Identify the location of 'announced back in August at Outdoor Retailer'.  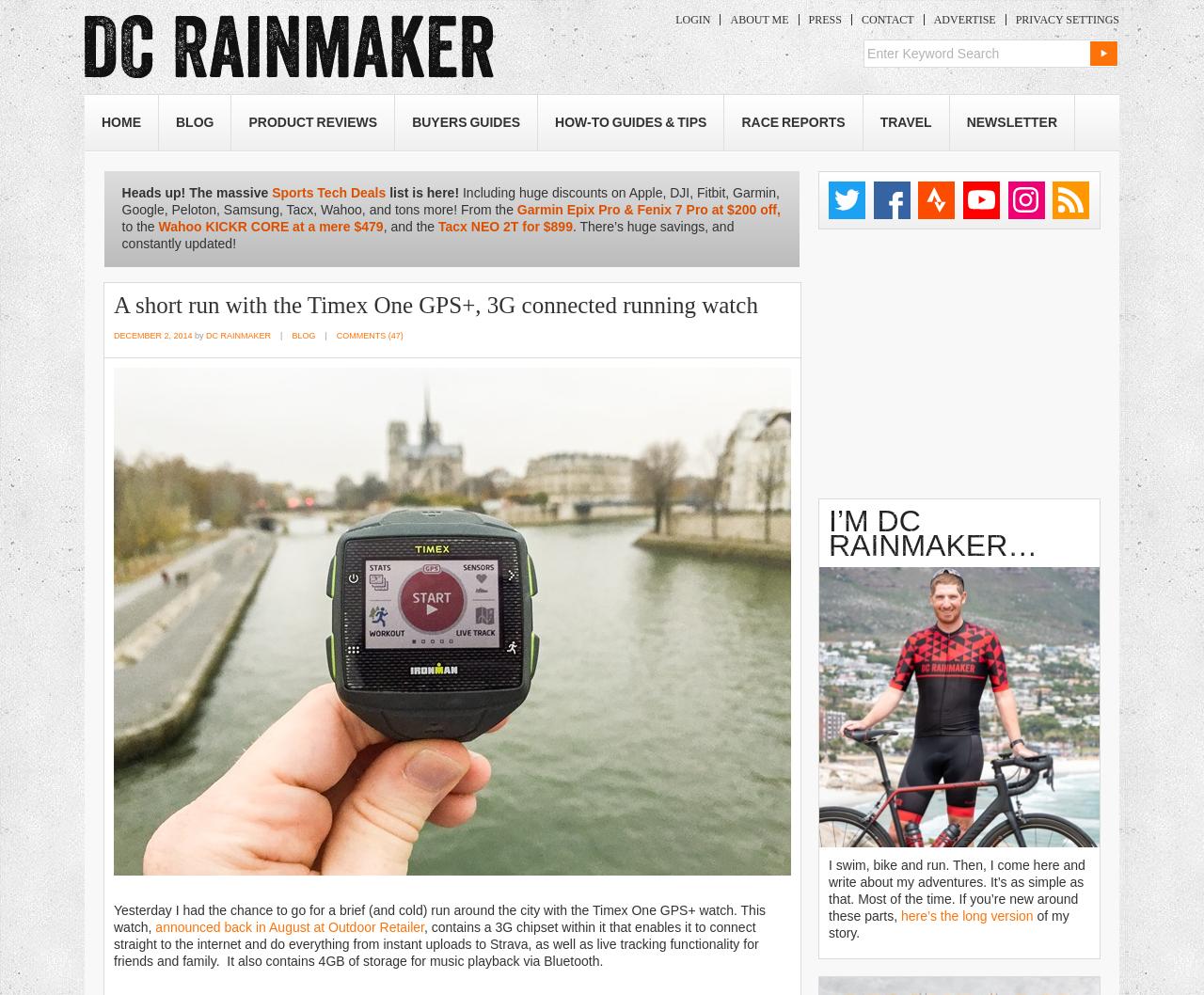
(288, 924).